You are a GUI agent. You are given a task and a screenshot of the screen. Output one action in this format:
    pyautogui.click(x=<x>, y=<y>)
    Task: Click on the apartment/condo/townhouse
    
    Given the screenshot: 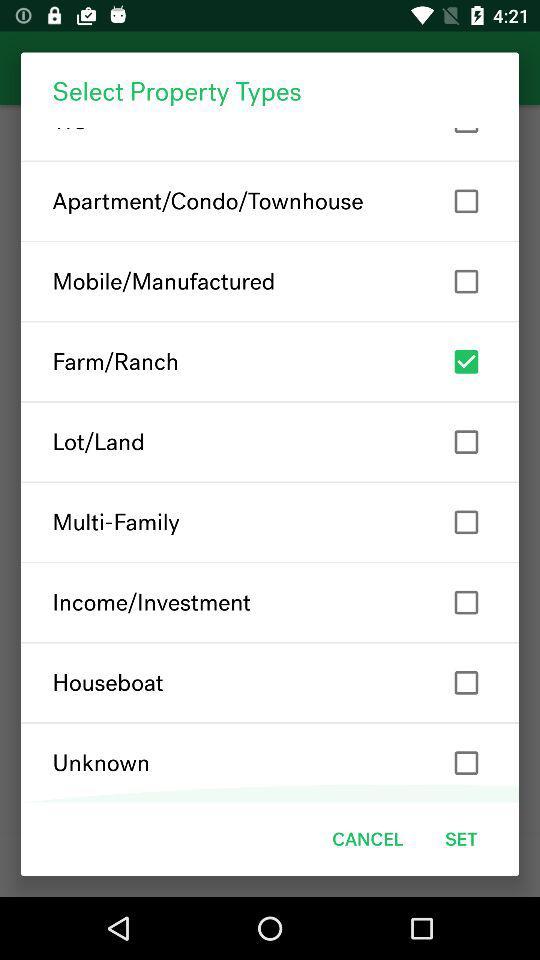 What is the action you would take?
    pyautogui.click(x=270, y=201)
    